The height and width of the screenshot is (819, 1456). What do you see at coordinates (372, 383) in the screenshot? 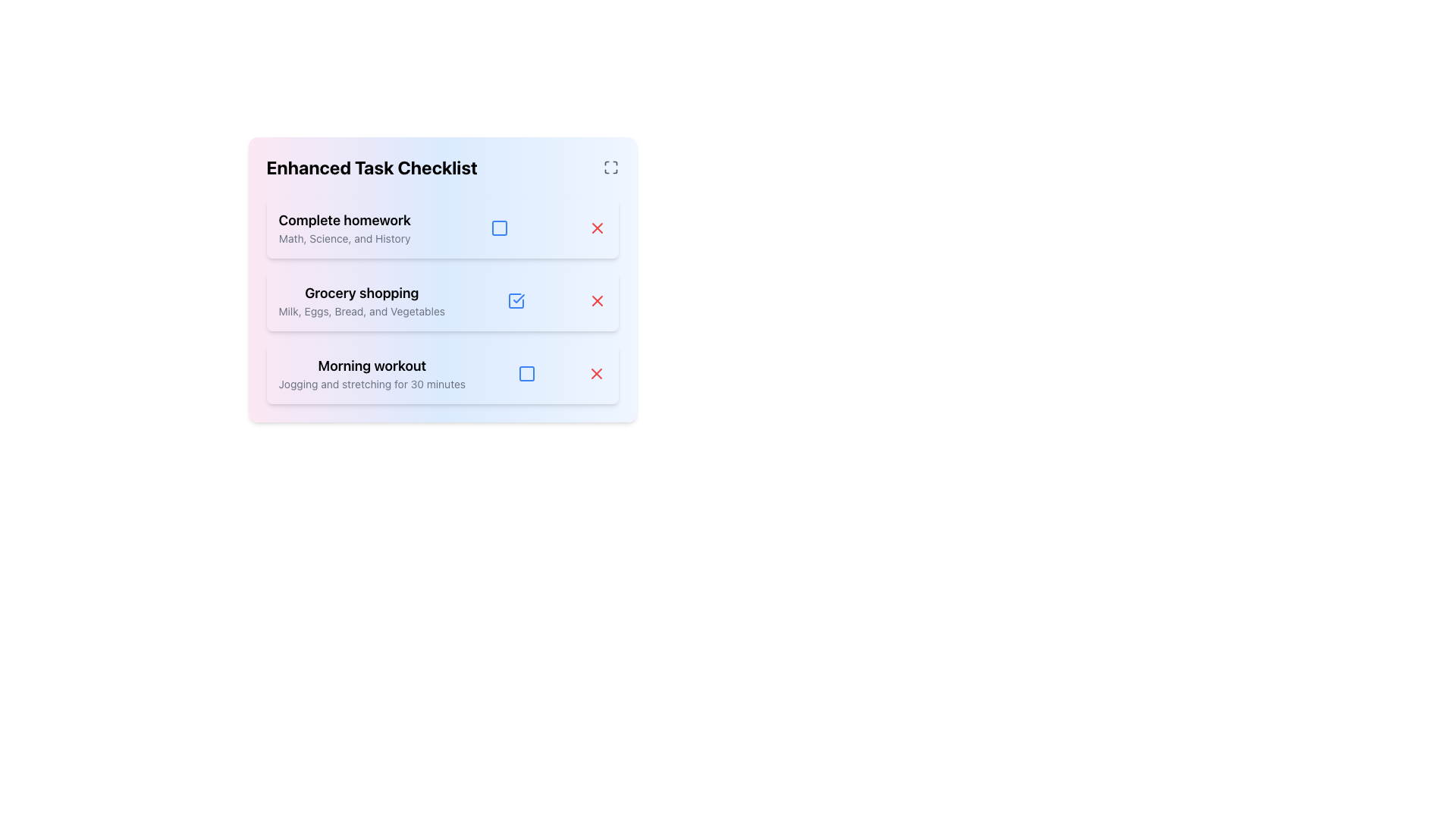
I see `the descriptive text element that reads 'Jogging and stretching for 30 minutes', styled in gray and smaller font, located below the 'Morning workout' title` at bounding box center [372, 383].